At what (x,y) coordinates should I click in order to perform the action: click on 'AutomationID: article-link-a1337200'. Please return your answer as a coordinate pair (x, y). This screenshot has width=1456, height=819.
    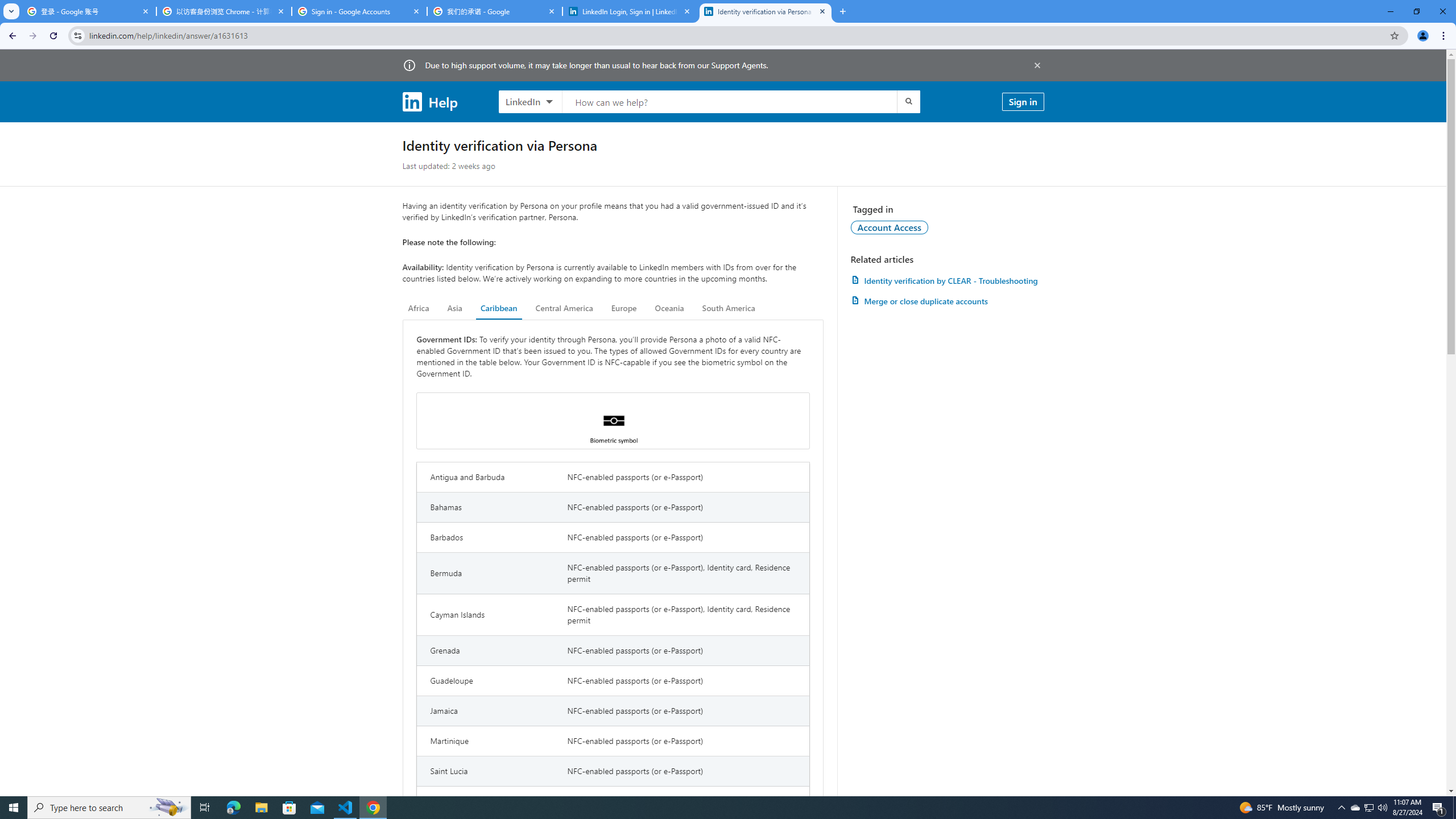
    Looking at the image, I should click on (946, 300).